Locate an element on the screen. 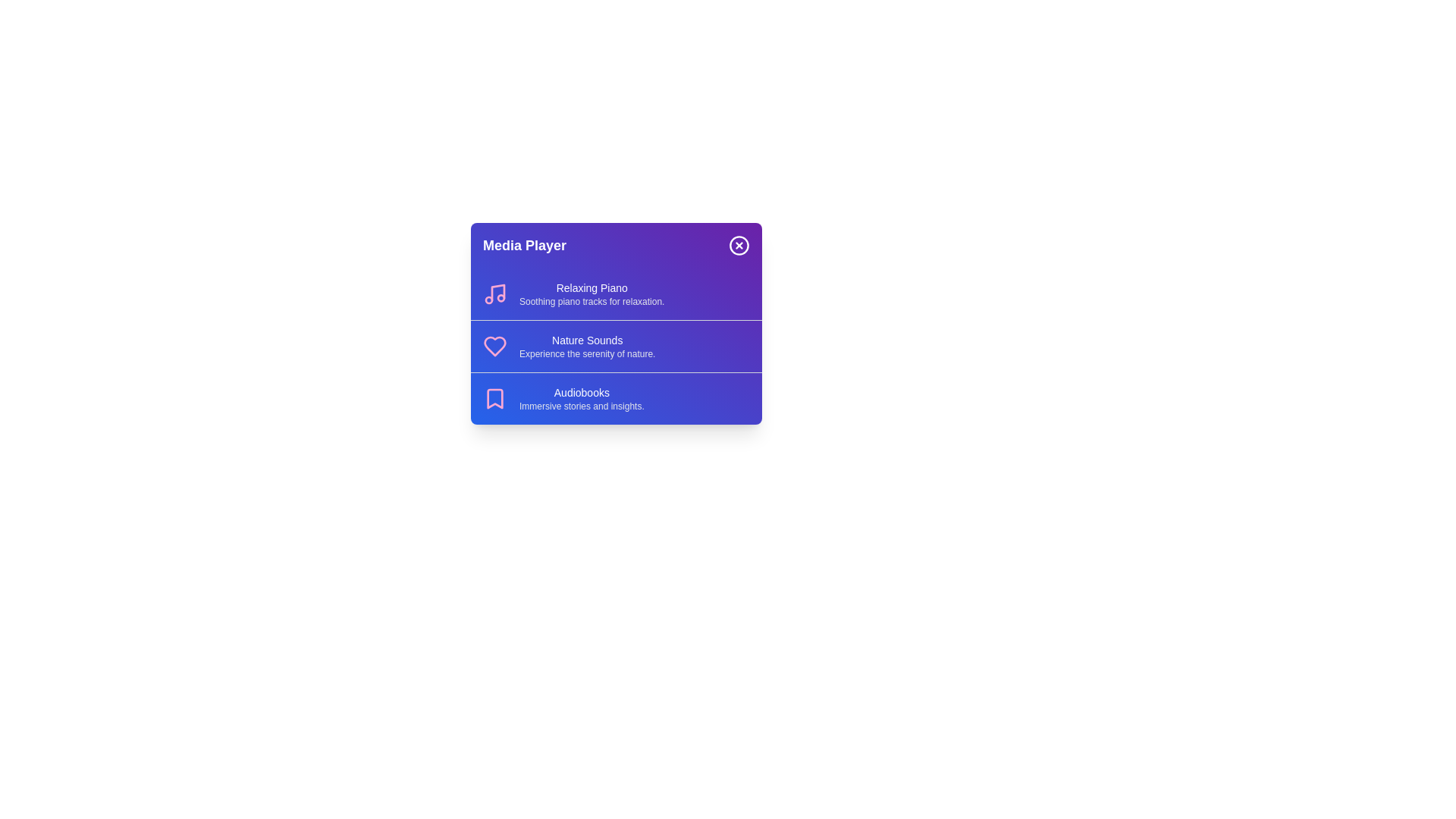 Image resolution: width=1456 pixels, height=819 pixels. the icon associated with Nature Sounds is located at coordinates (494, 346).